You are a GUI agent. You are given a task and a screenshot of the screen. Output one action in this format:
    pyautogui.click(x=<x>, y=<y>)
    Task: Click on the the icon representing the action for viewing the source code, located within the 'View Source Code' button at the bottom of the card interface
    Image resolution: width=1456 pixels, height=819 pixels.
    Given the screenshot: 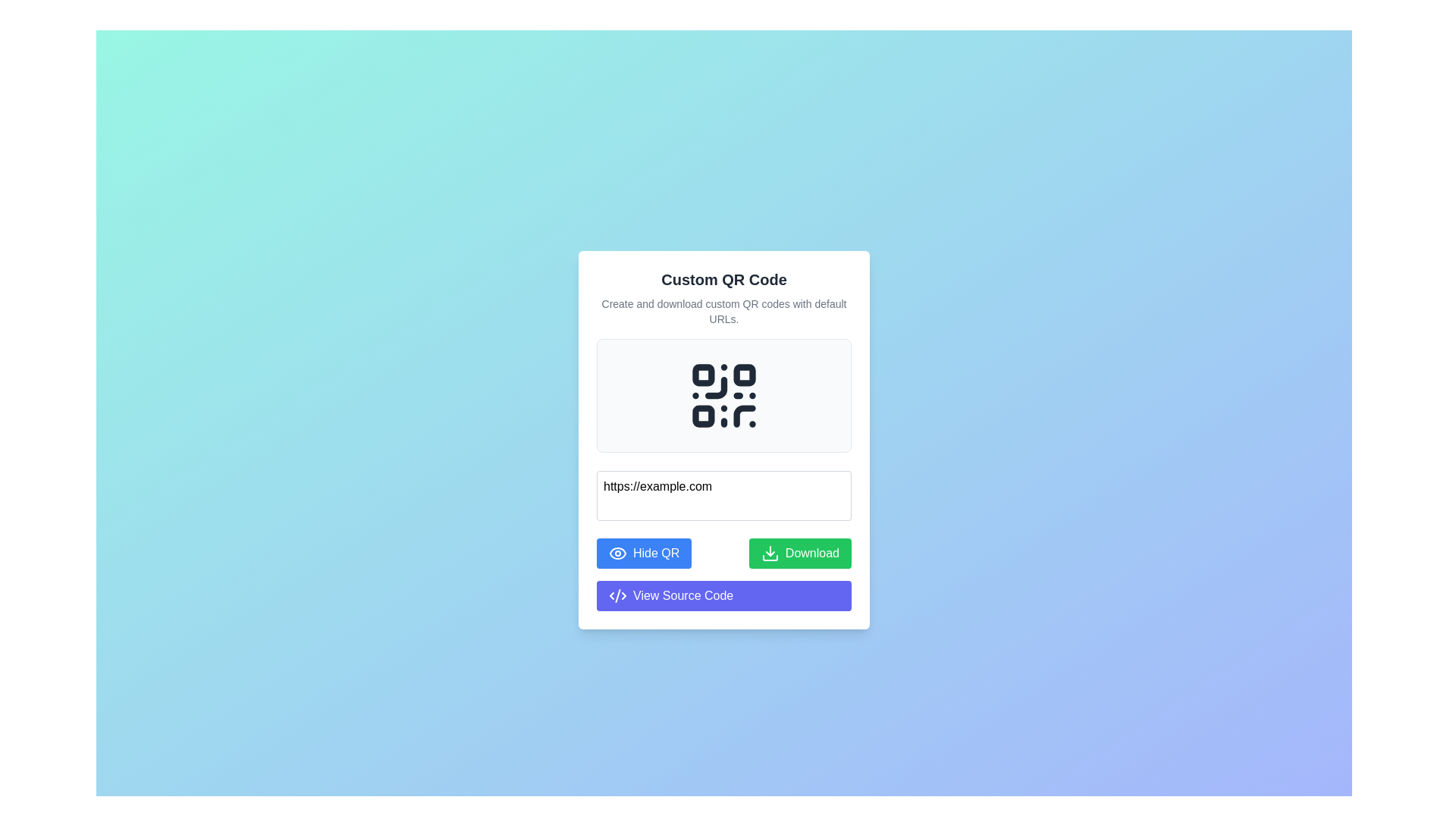 What is the action you would take?
    pyautogui.click(x=618, y=595)
    